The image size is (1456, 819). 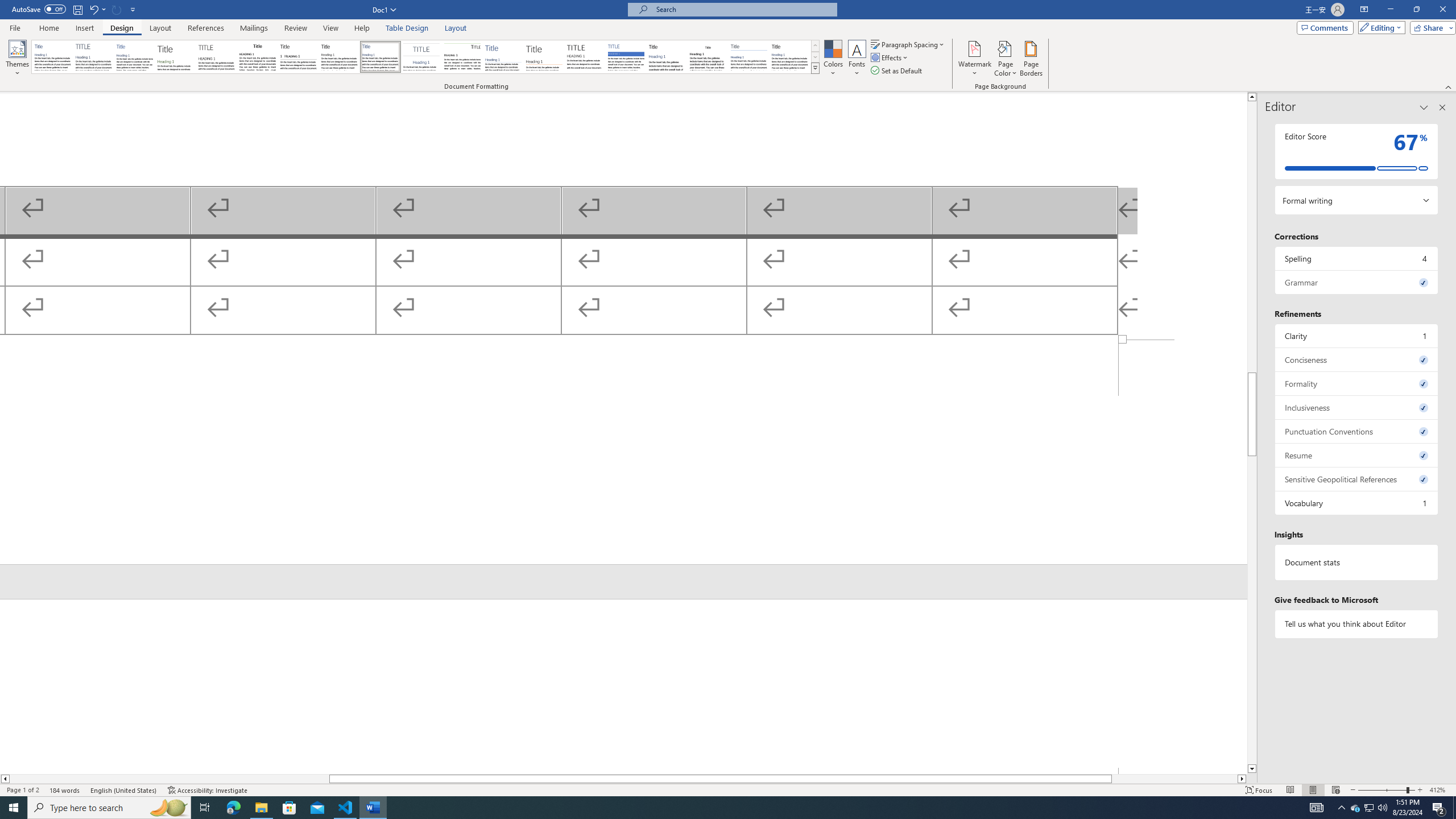 What do you see at coordinates (974, 59) in the screenshot?
I see `'Watermark'` at bounding box center [974, 59].